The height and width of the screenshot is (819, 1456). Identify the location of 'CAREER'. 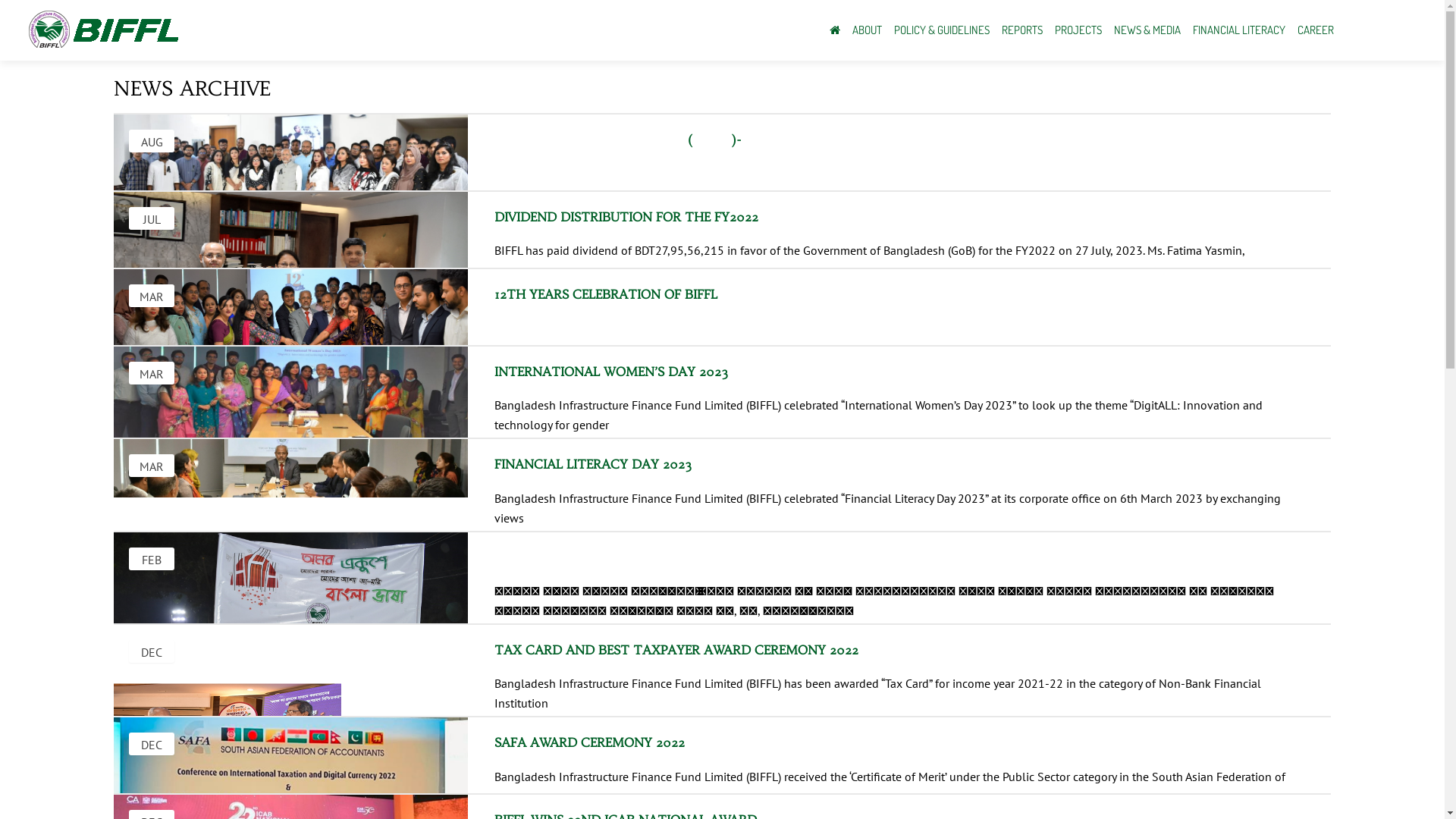
(1314, 30).